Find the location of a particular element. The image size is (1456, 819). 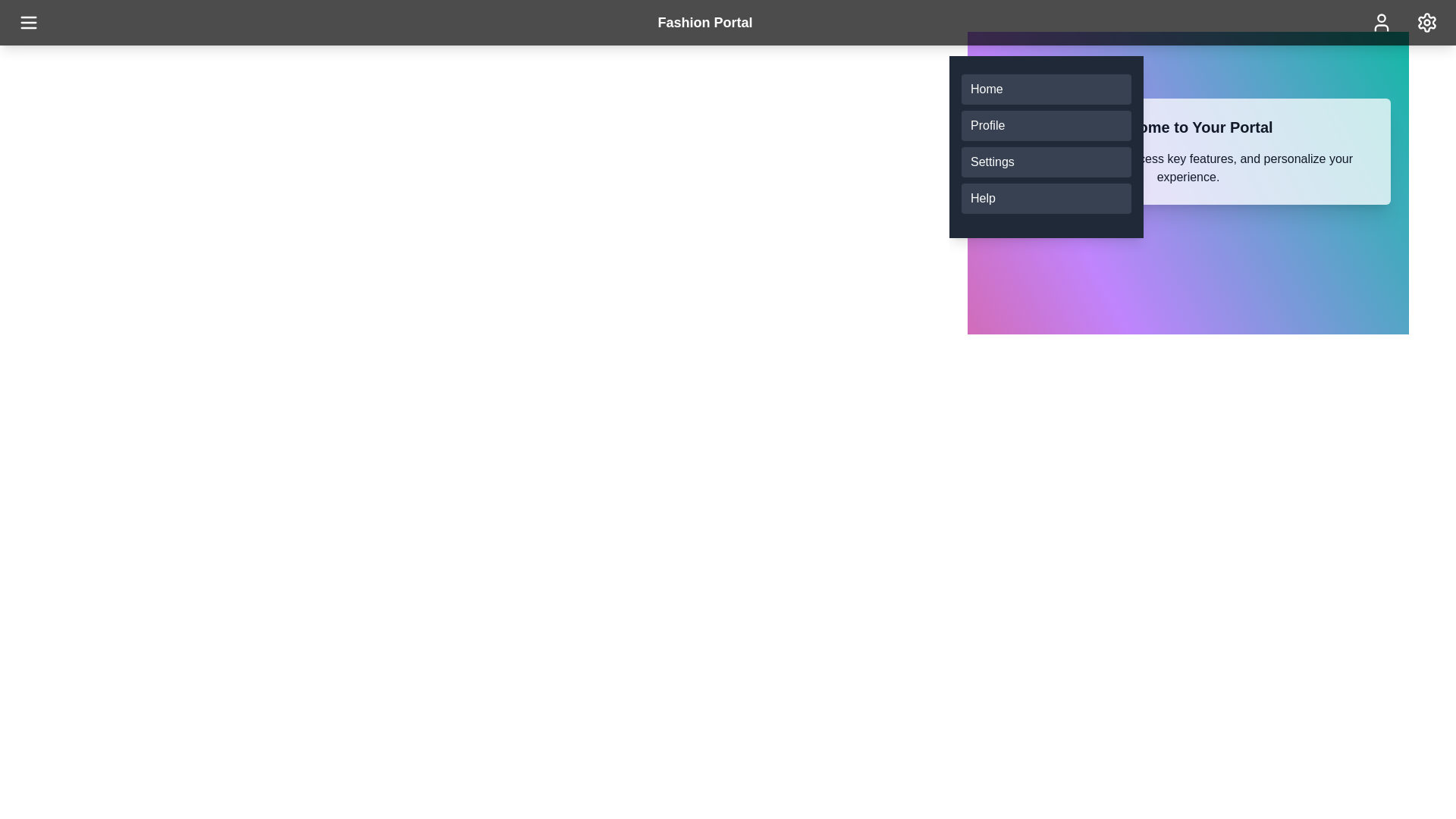

the menu item Home from the list is located at coordinates (1046, 89).